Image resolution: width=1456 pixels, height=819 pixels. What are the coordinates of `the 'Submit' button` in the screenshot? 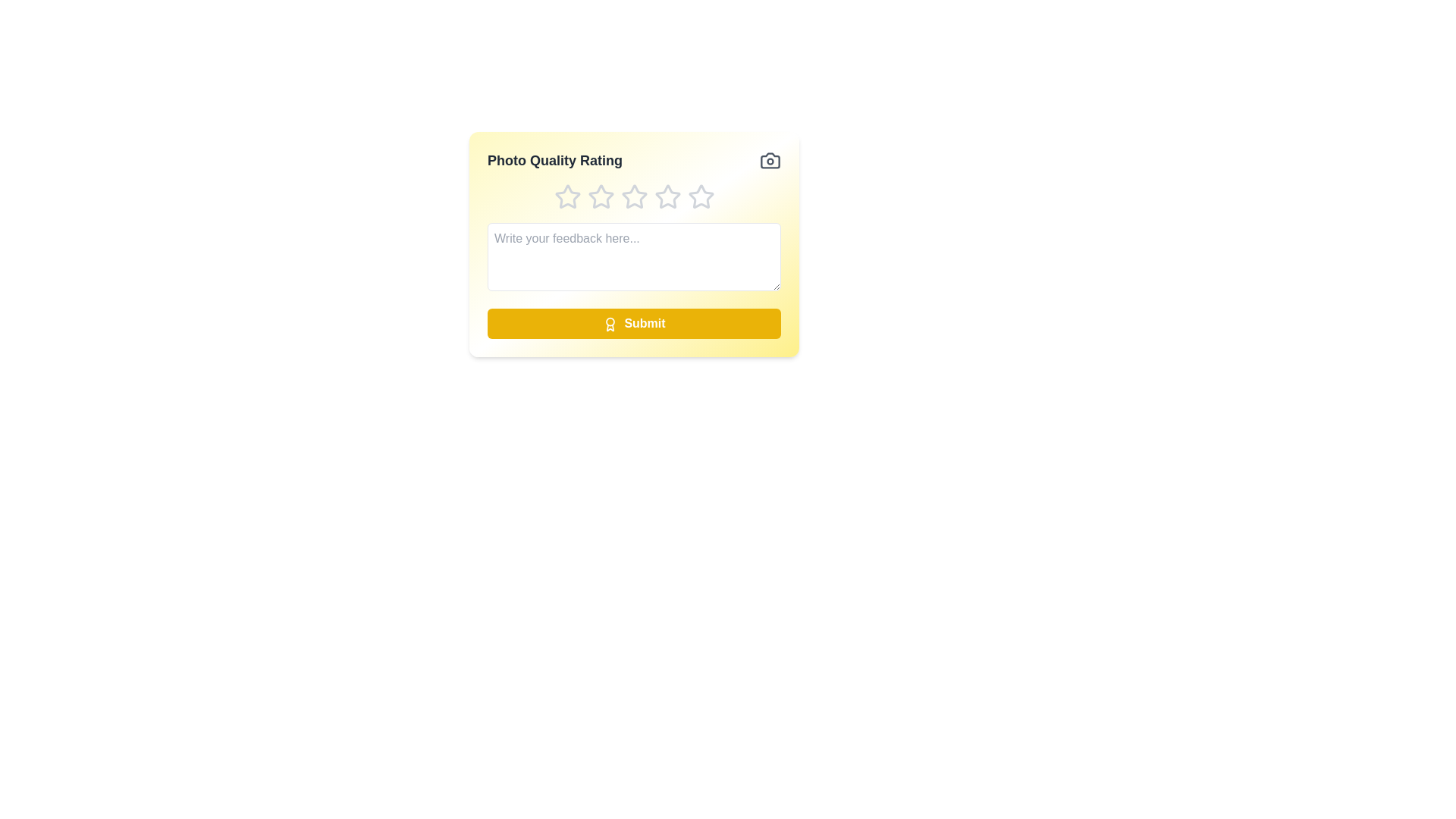 It's located at (634, 323).